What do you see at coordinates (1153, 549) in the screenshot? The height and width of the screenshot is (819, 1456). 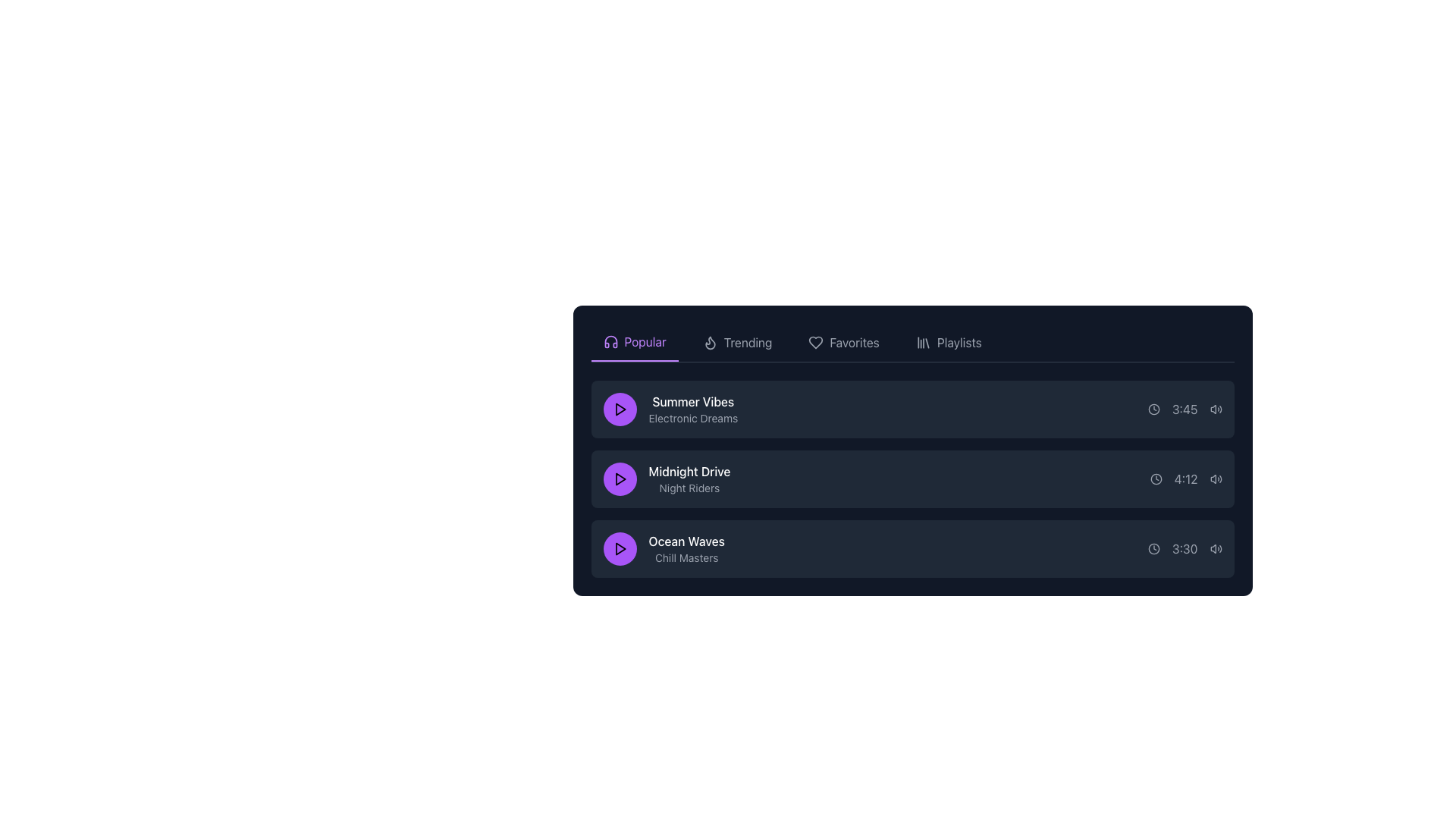 I see `the time-related icon located on the far-left side of the row displaying '3:30', which is part of the third list item, to indirectly interact with its associated components` at bounding box center [1153, 549].